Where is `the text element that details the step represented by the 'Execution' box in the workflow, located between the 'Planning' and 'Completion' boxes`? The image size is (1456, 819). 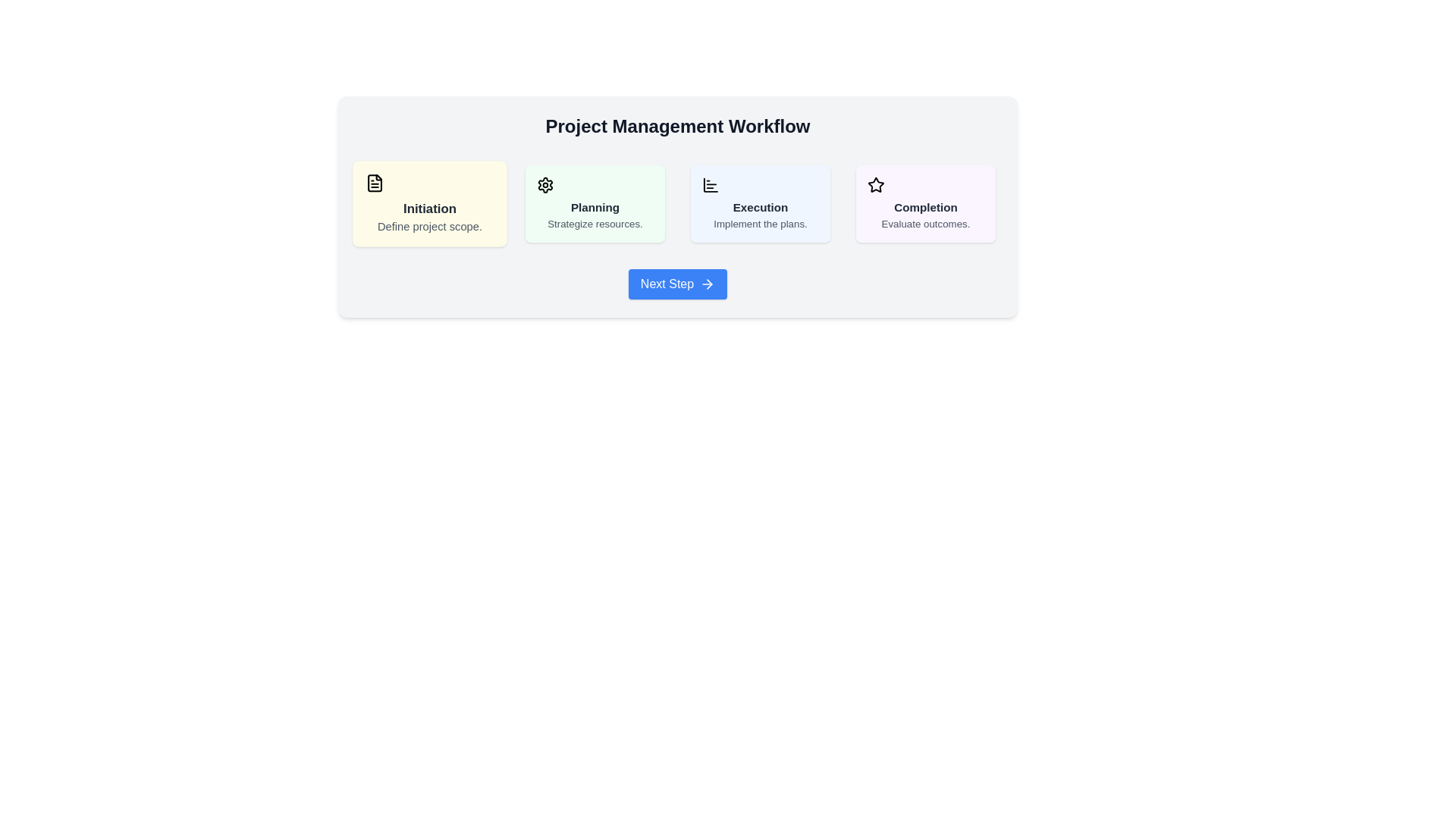
the text element that details the step represented by the 'Execution' box in the workflow, located between the 'Planning' and 'Completion' boxes is located at coordinates (761, 223).